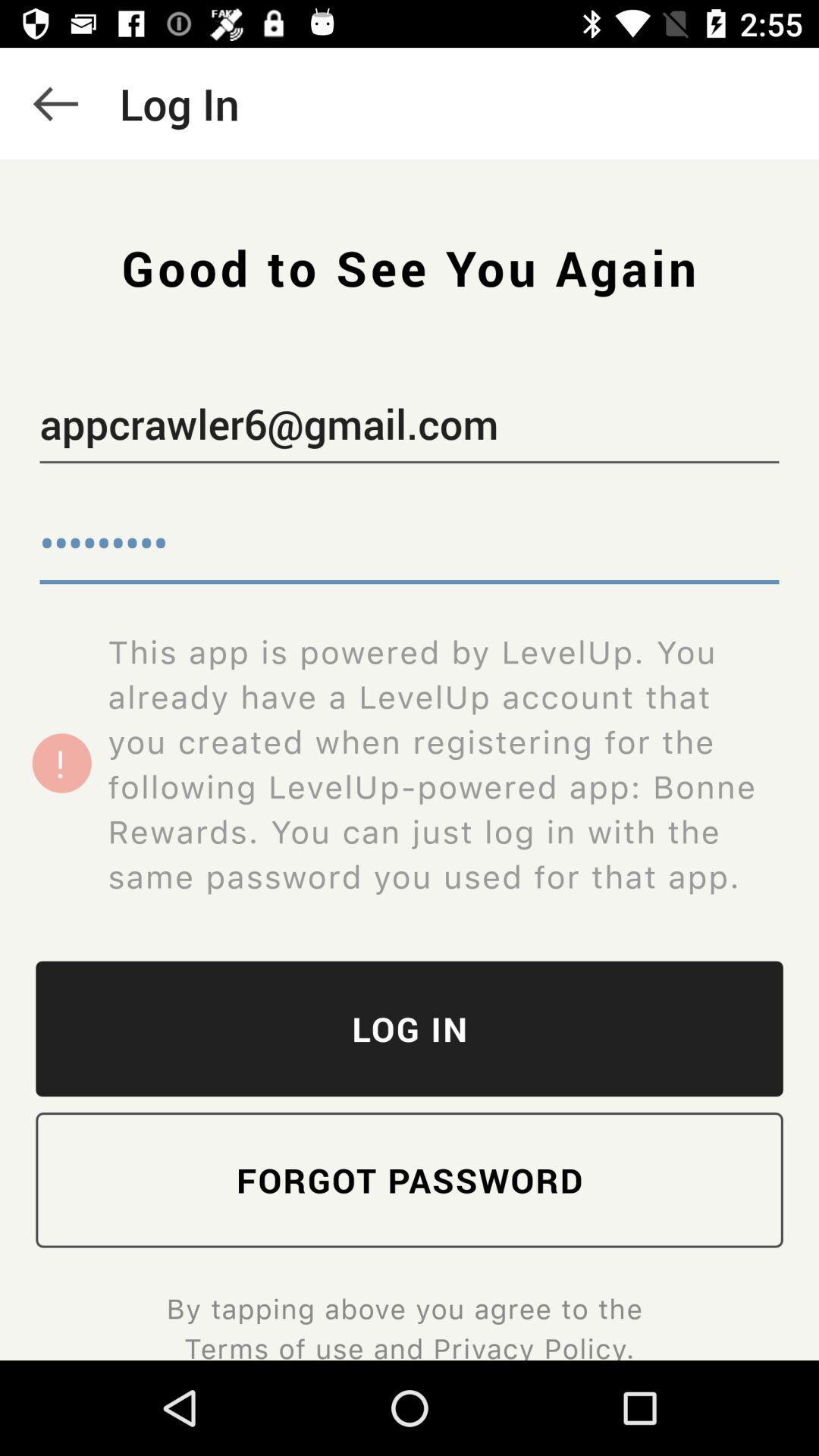 The image size is (819, 1456). What do you see at coordinates (409, 546) in the screenshot?
I see `the crowd3116` at bounding box center [409, 546].